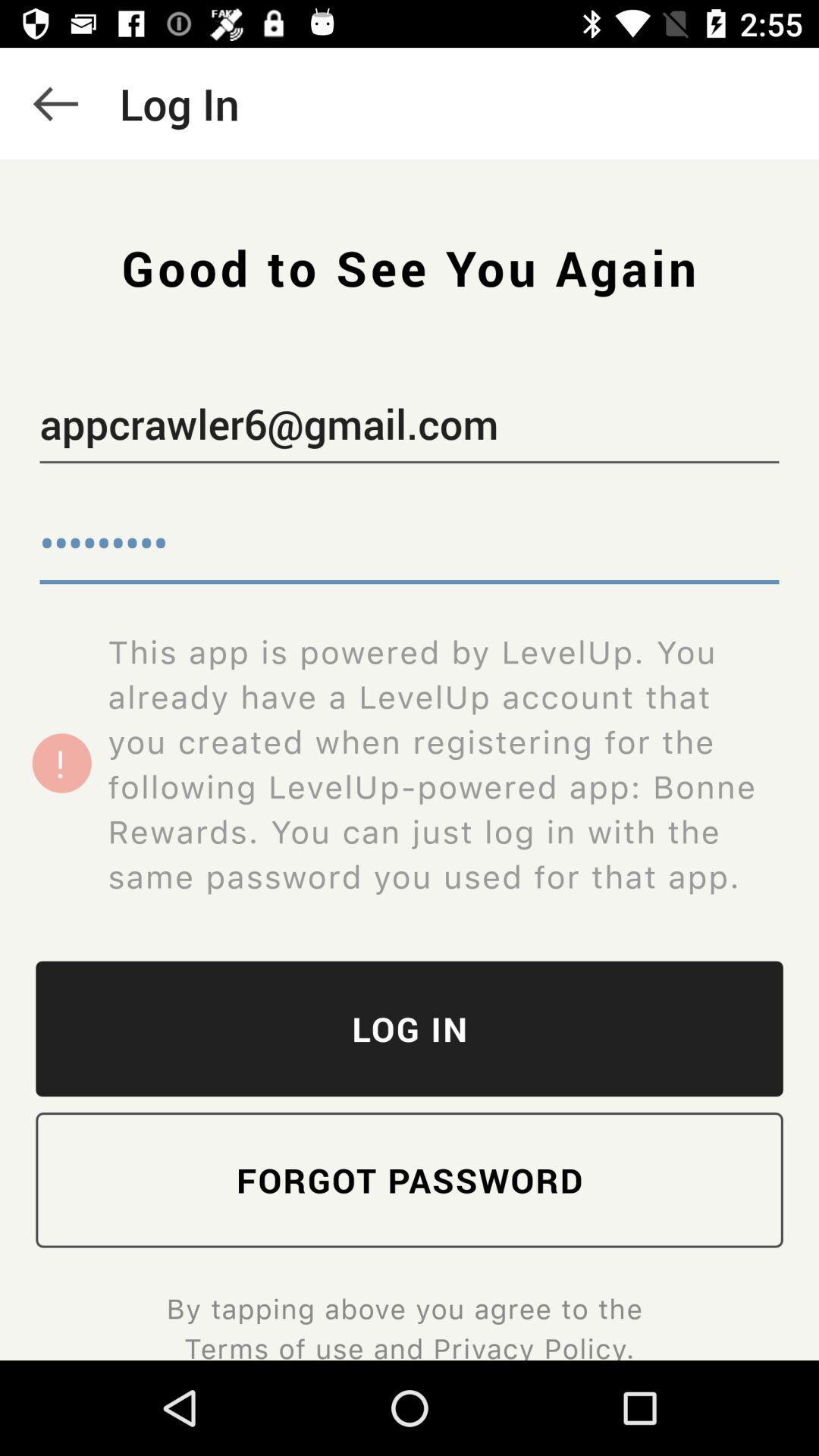 The image size is (819, 1456). What do you see at coordinates (409, 546) in the screenshot?
I see `the crowd3116` at bounding box center [409, 546].